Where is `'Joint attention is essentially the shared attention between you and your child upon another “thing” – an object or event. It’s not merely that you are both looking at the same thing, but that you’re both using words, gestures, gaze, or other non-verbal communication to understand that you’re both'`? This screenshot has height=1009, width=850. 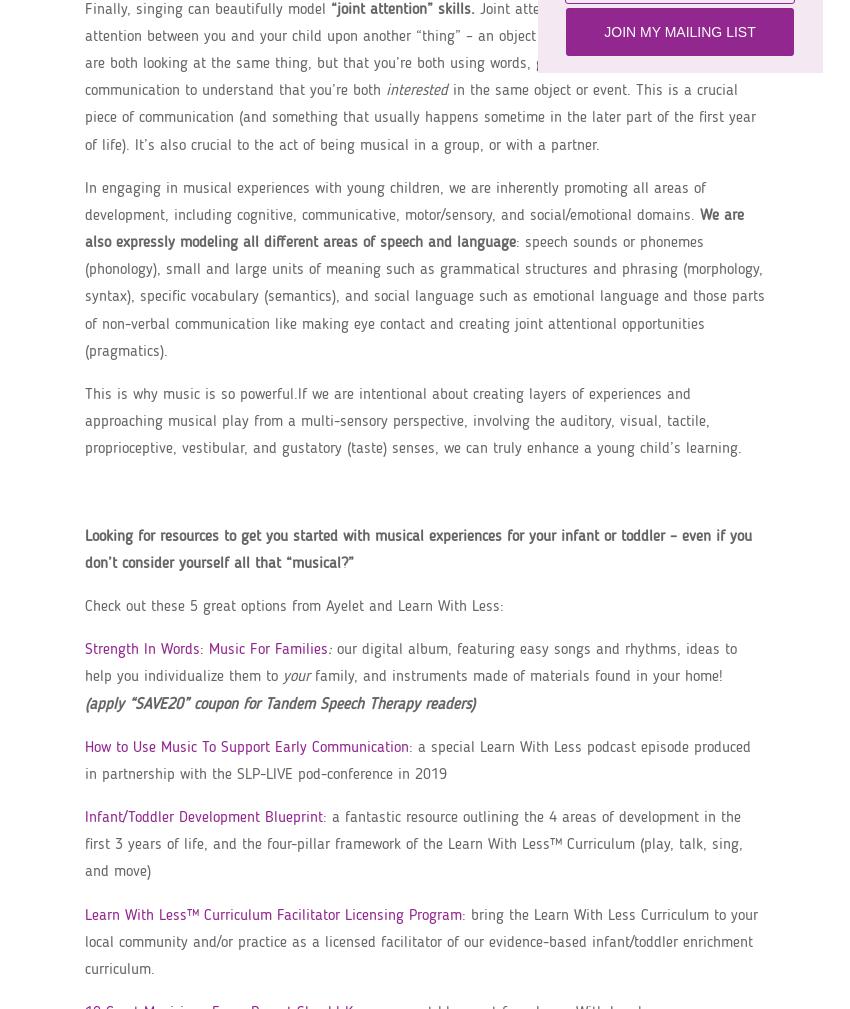 'Joint attention is essentially the shared attention between you and your child upon another “thing” – an object or event. It’s not merely that you are both looking at the same thing, but that you’re both using words, gestures, gaze, or other non-verbal communication to understand that you’re both' is located at coordinates (422, 49).